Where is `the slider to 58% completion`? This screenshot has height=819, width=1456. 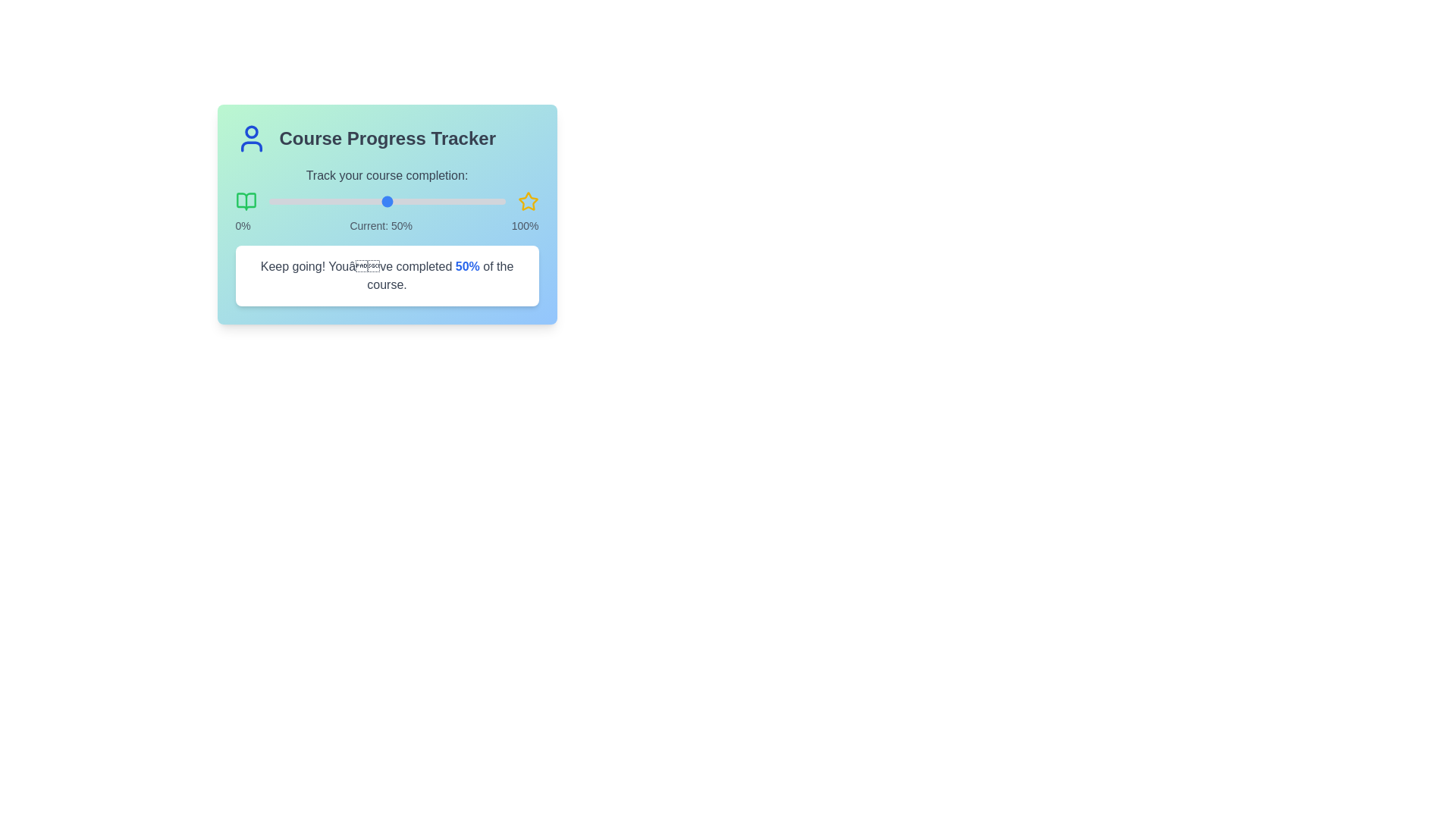
the slider to 58% completion is located at coordinates (406, 201).